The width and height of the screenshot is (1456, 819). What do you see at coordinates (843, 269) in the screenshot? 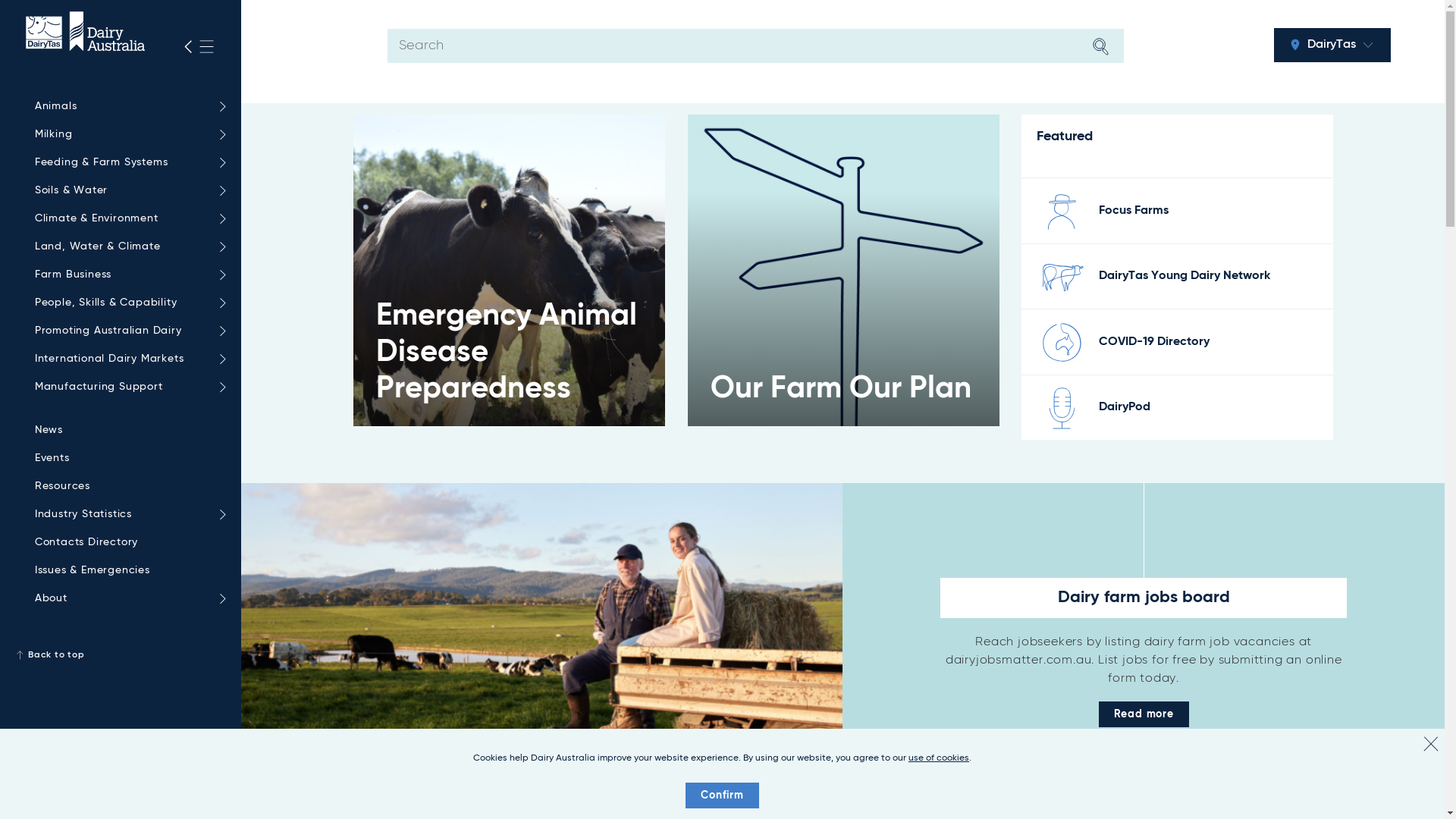
I see `'Our Farm Our Plan'` at bounding box center [843, 269].